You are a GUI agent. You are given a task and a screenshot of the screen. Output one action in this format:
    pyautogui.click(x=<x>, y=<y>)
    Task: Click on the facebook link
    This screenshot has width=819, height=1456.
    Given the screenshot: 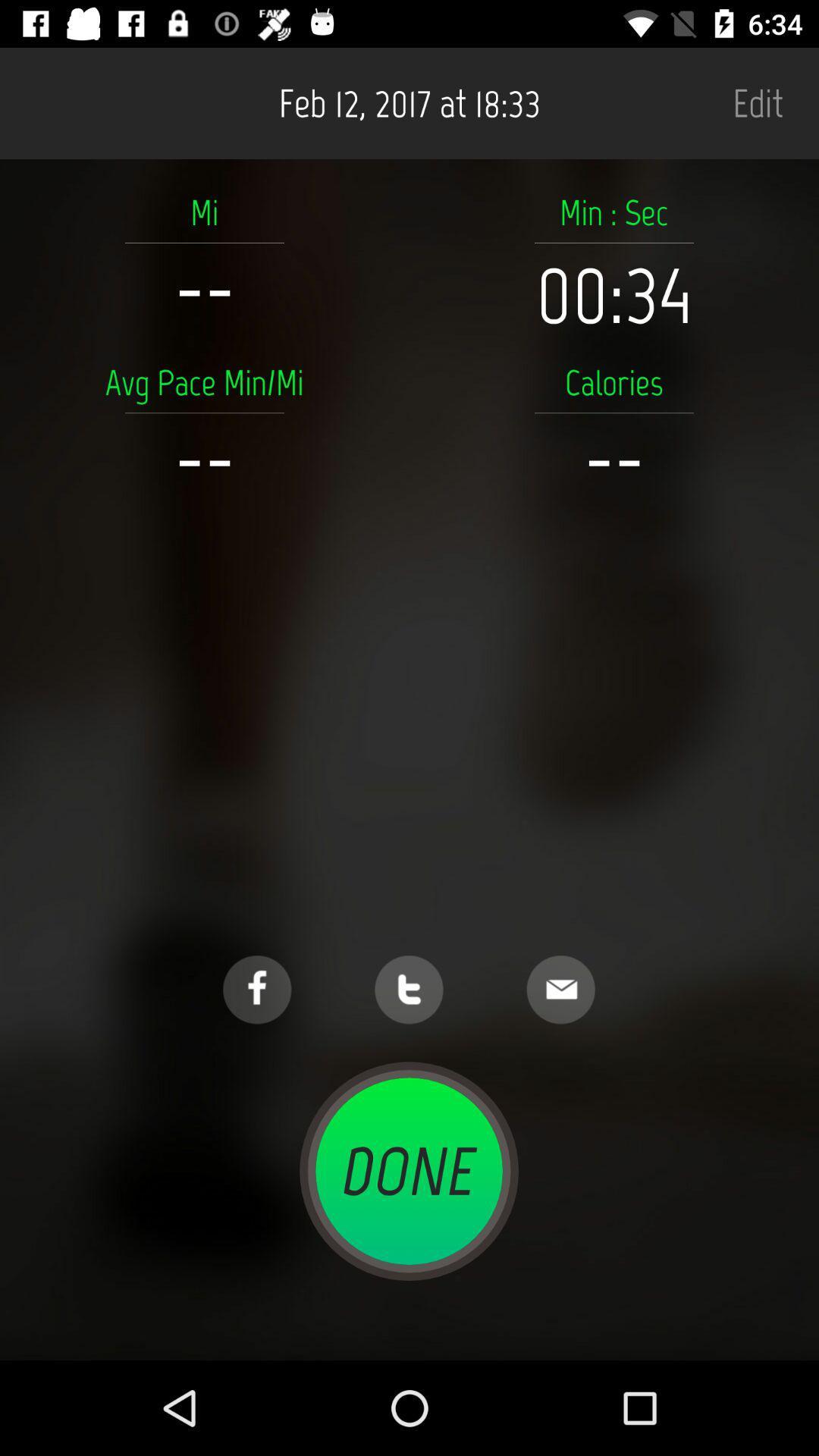 What is the action you would take?
    pyautogui.click(x=256, y=990)
    